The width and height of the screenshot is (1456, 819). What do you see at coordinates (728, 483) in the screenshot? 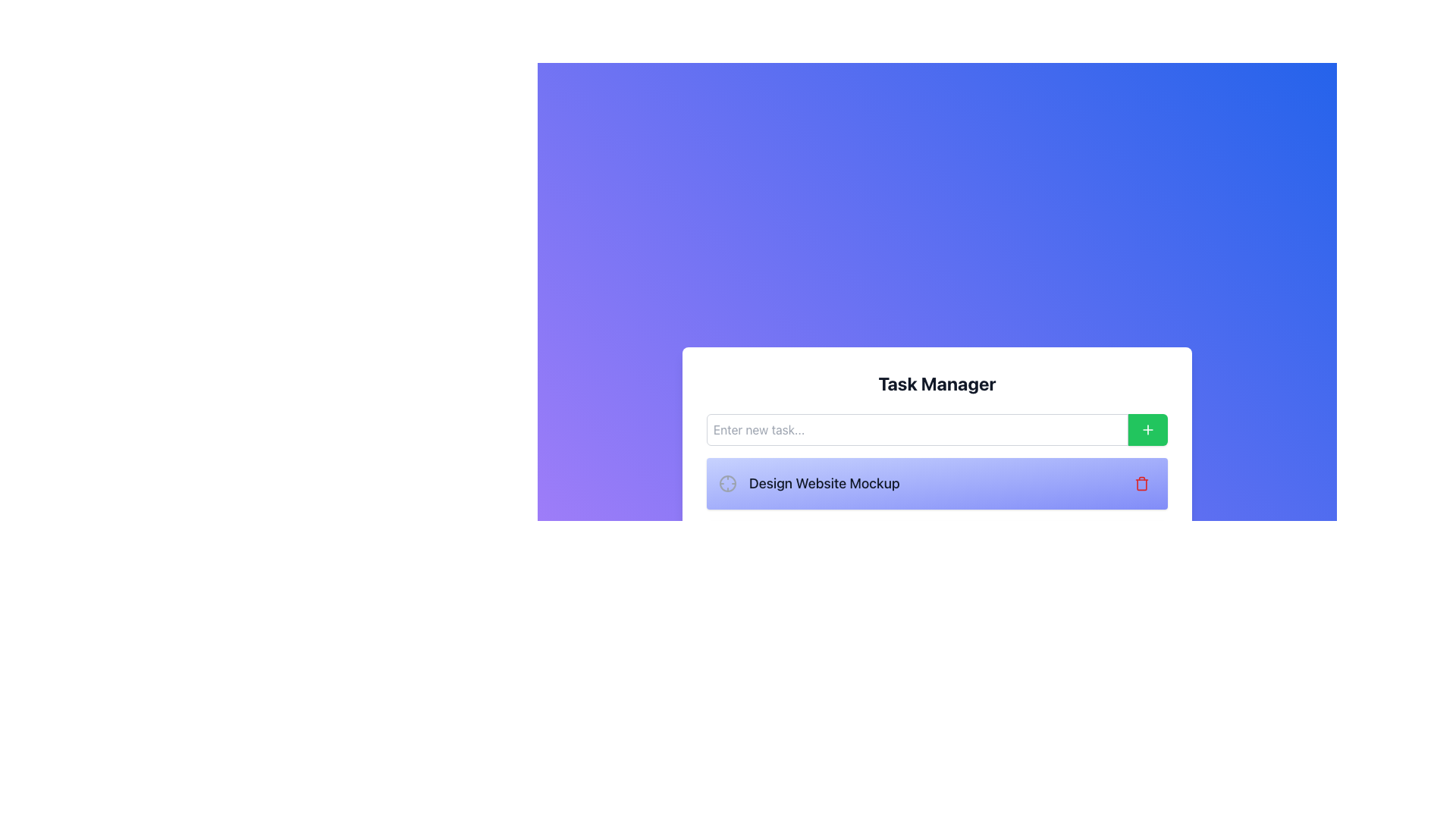
I see `the circular crosshair icon styled in gray, located to the left of the text 'Design Website Mockup' within the task entry` at bounding box center [728, 483].